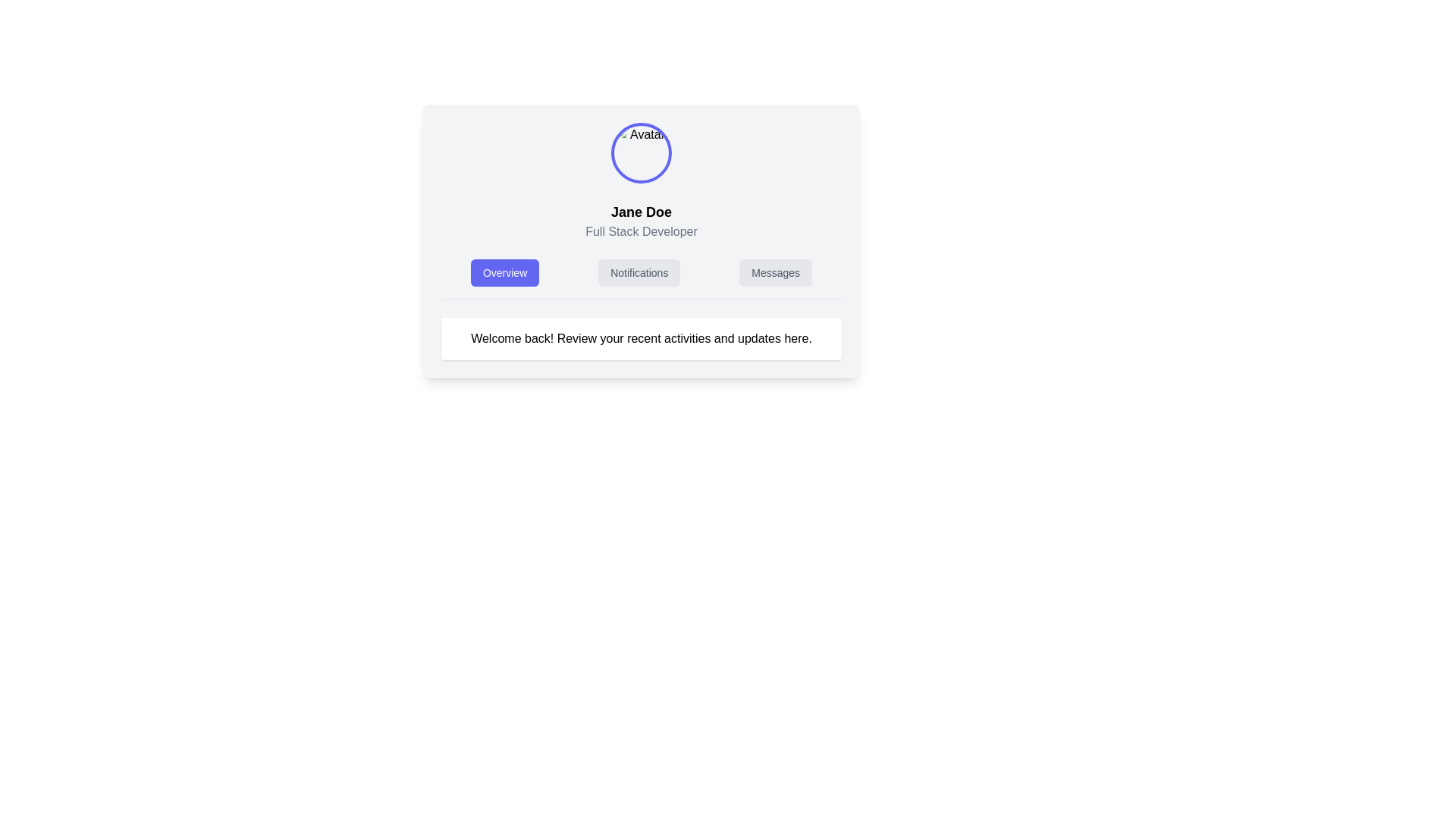 The image size is (1456, 819). What do you see at coordinates (505, 271) in the screenshot?
I see `the 'Overview' button, which is a blue button with white text in a rounded rectangular shape, located in the central section of the interface` at bounding box center [505, 271].